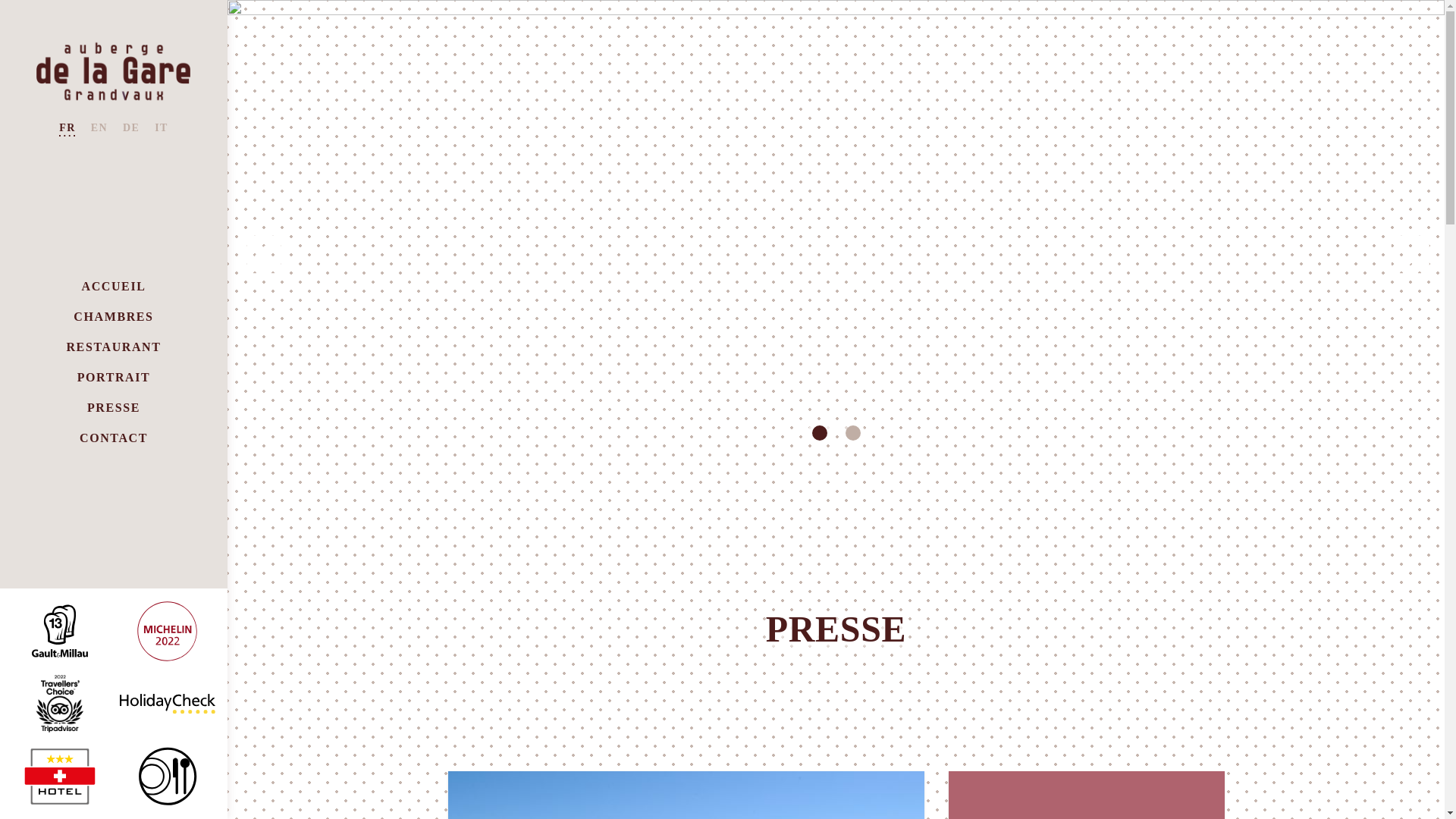  What do you see at coordinates (113, 377) in the screenshot?
I see `'PORTRAIT'` at bounding box center [113, 377].